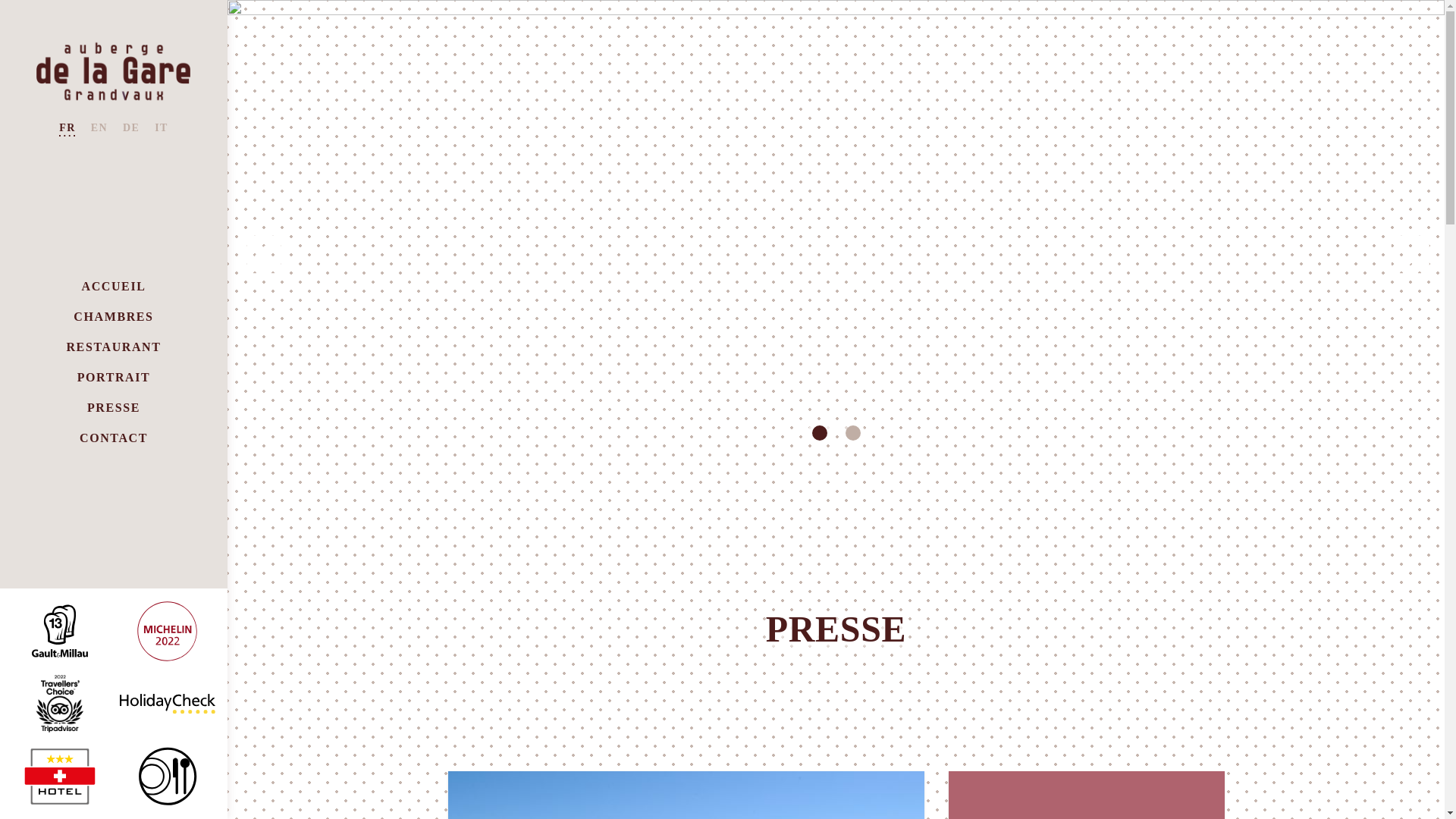  What do you see at coordinates (113, 377) in the screenshot?
I see `'PORTRAIT'` at bounding box center [113, 377].